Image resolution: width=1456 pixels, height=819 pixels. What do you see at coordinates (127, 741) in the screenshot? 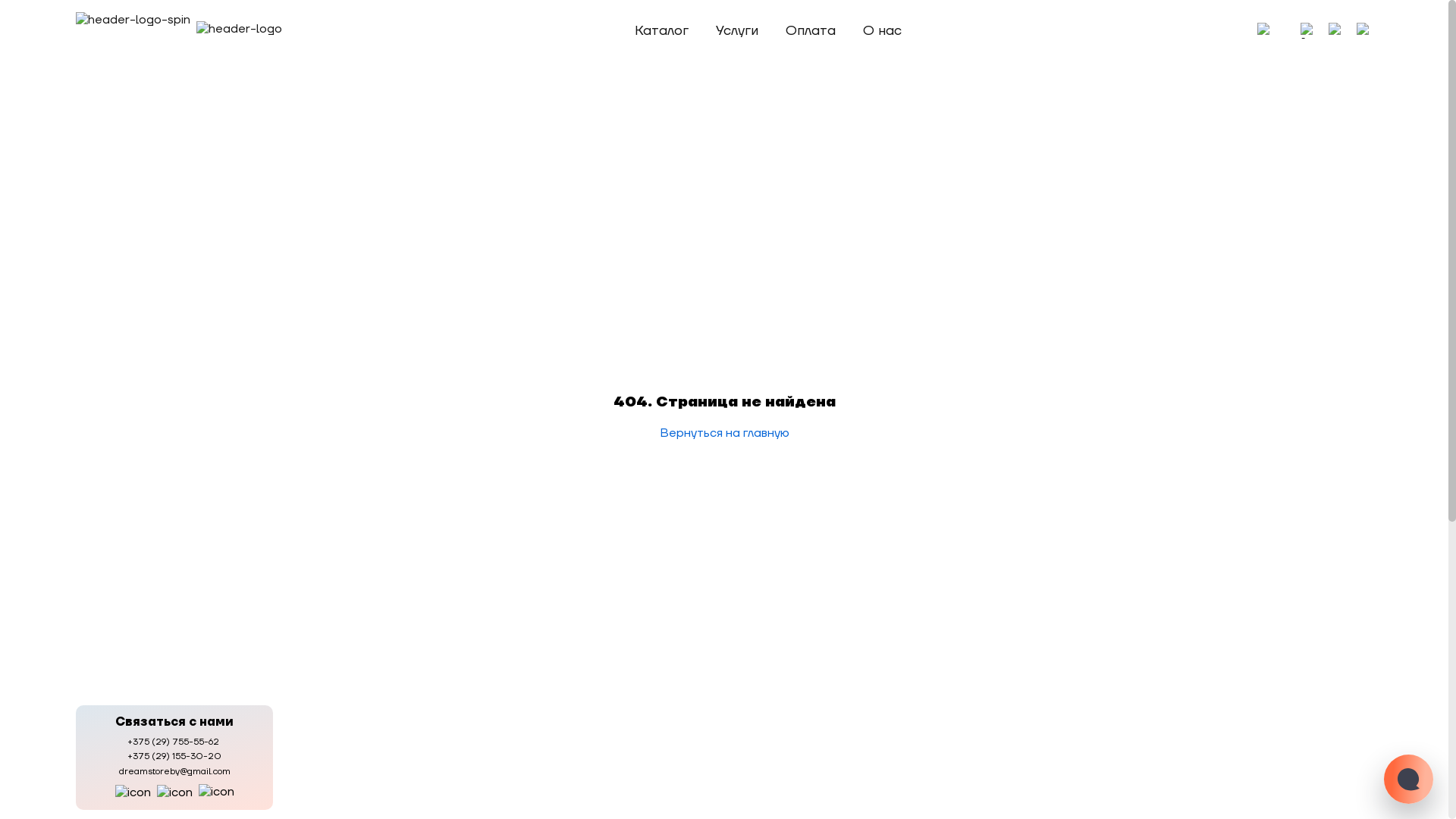
I see `'+375 (29) 755-55-62'` at bounding box center [127, 741].